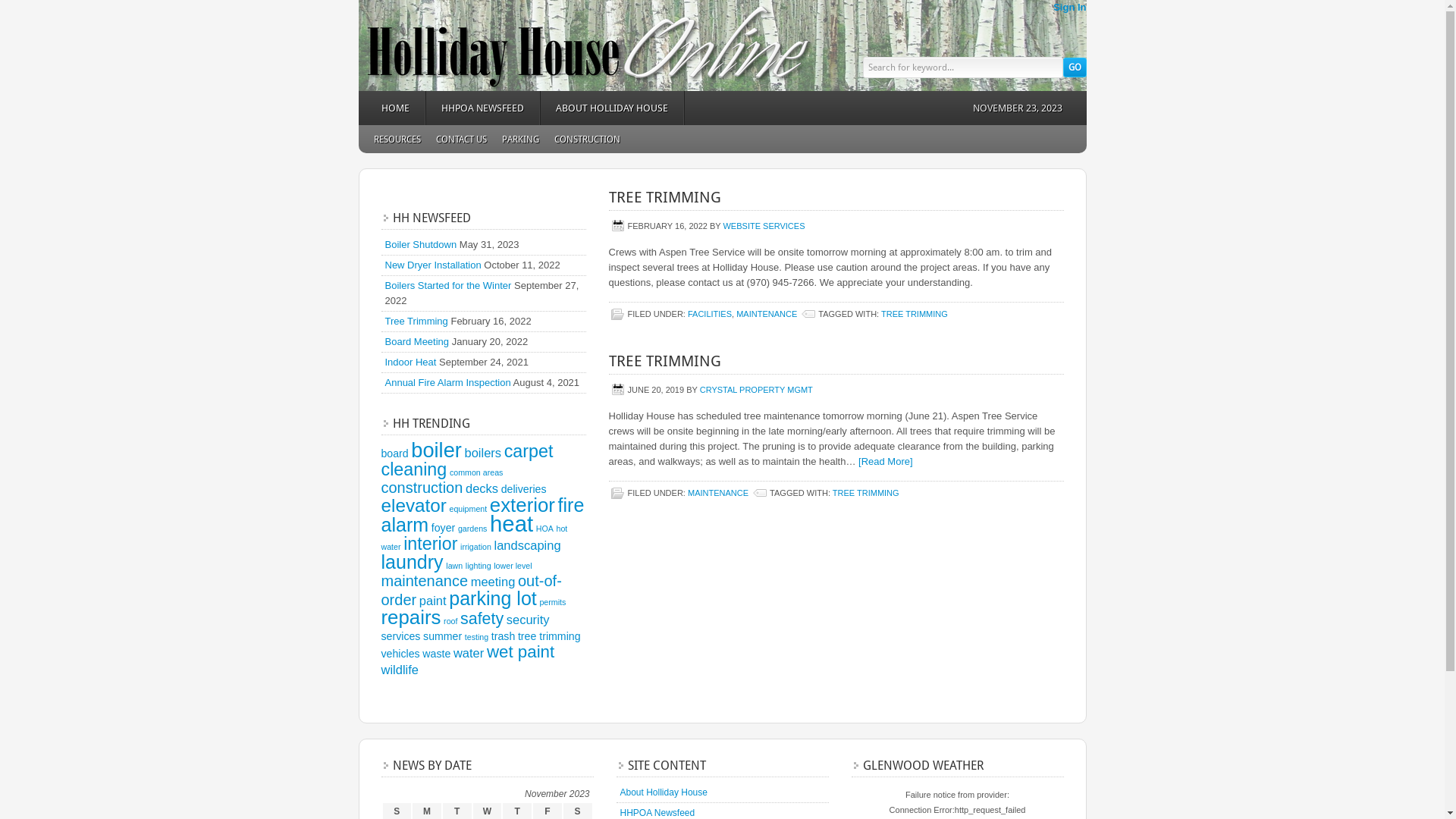 Image resolution: width=1456 pixels, height=819 pixels. I want to click on 'out-of-order', so click(469, 589).